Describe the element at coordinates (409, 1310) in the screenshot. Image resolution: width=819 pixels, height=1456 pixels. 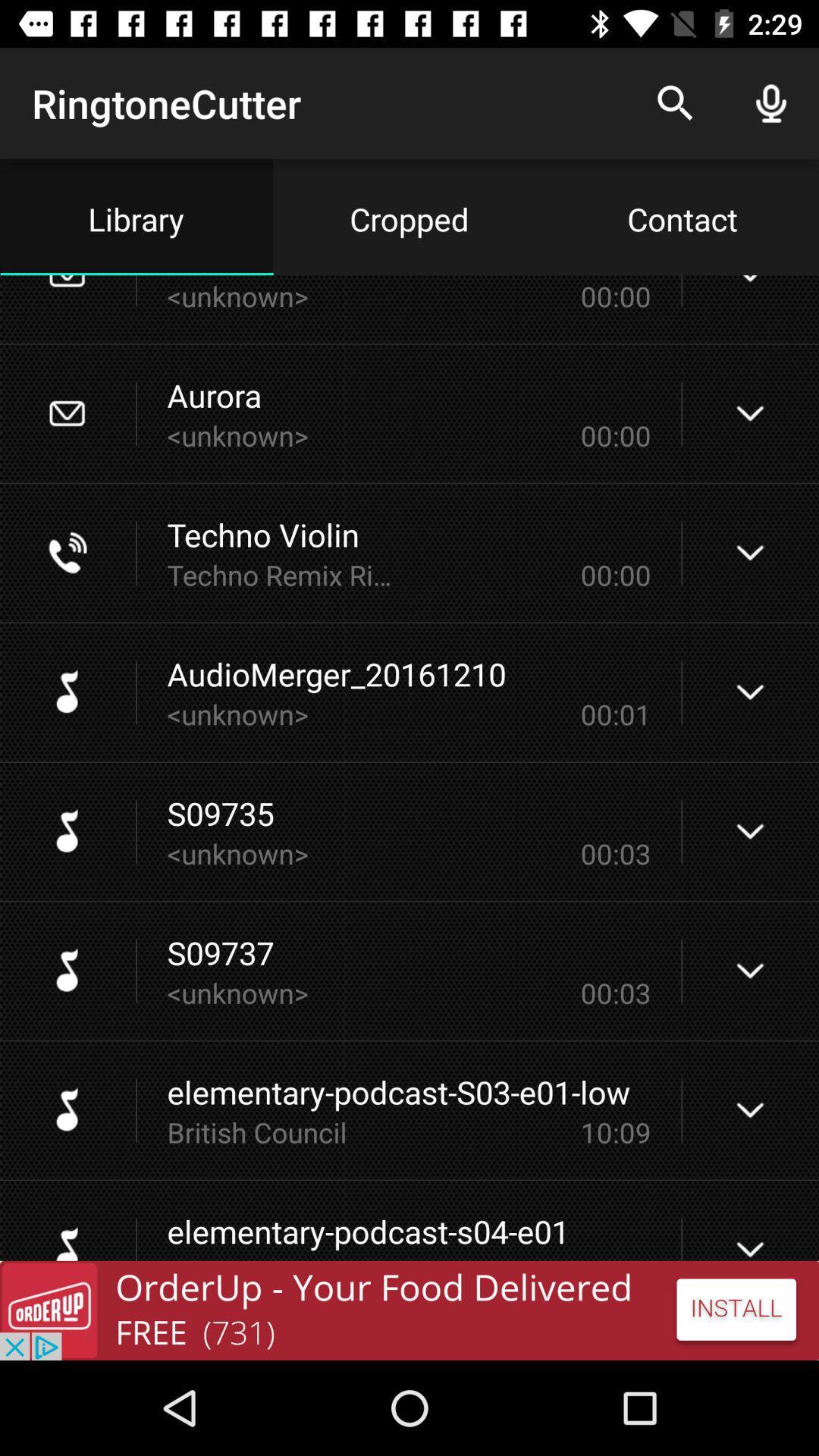
I see `see advertisement` at that location.